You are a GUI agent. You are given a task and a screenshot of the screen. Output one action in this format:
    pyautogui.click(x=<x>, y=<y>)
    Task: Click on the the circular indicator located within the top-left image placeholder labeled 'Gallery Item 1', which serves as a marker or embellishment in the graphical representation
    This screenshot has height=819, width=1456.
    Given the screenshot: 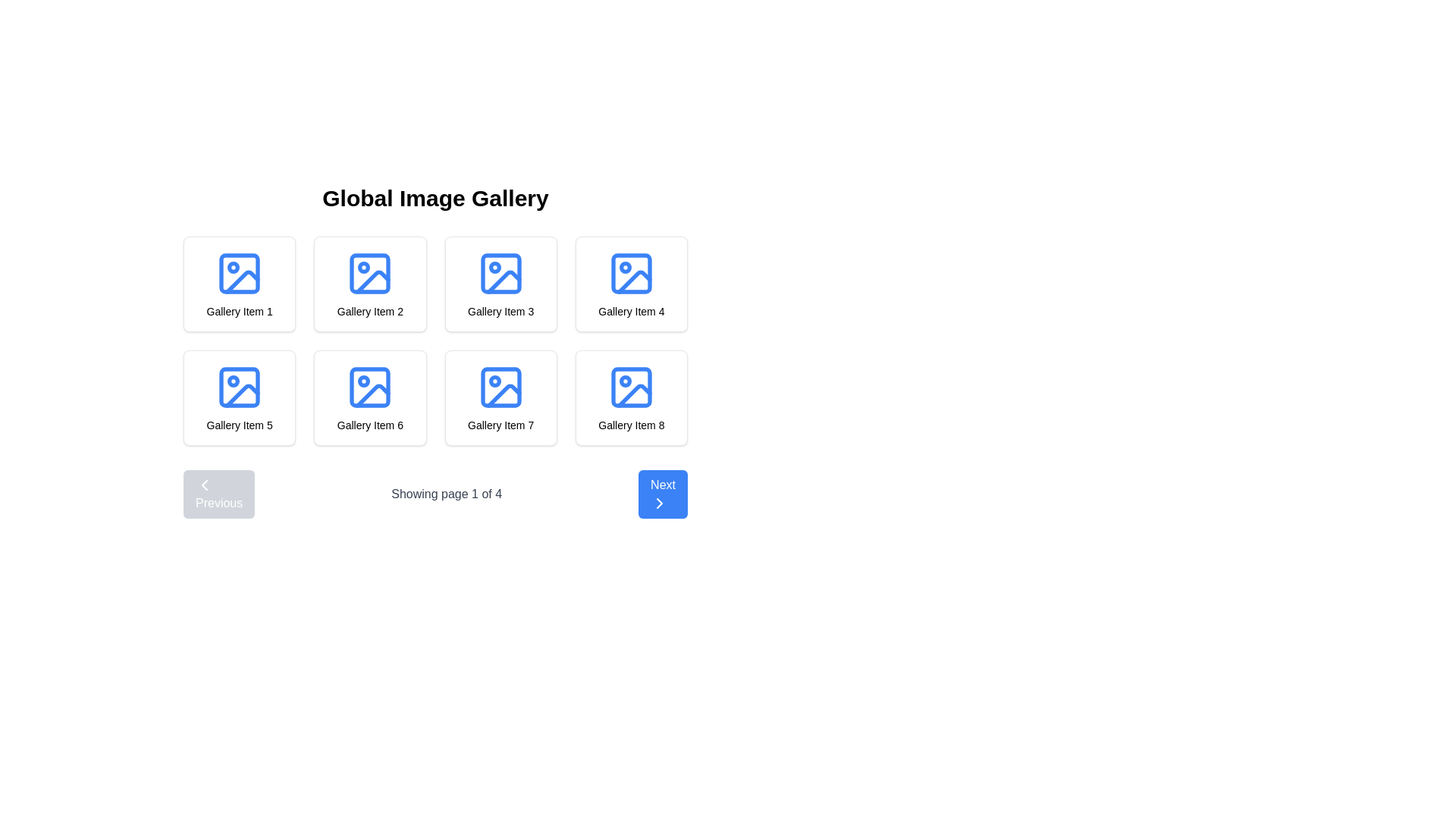 What is the action you would take?
    pyautogui.click(x=233, y=267)
    